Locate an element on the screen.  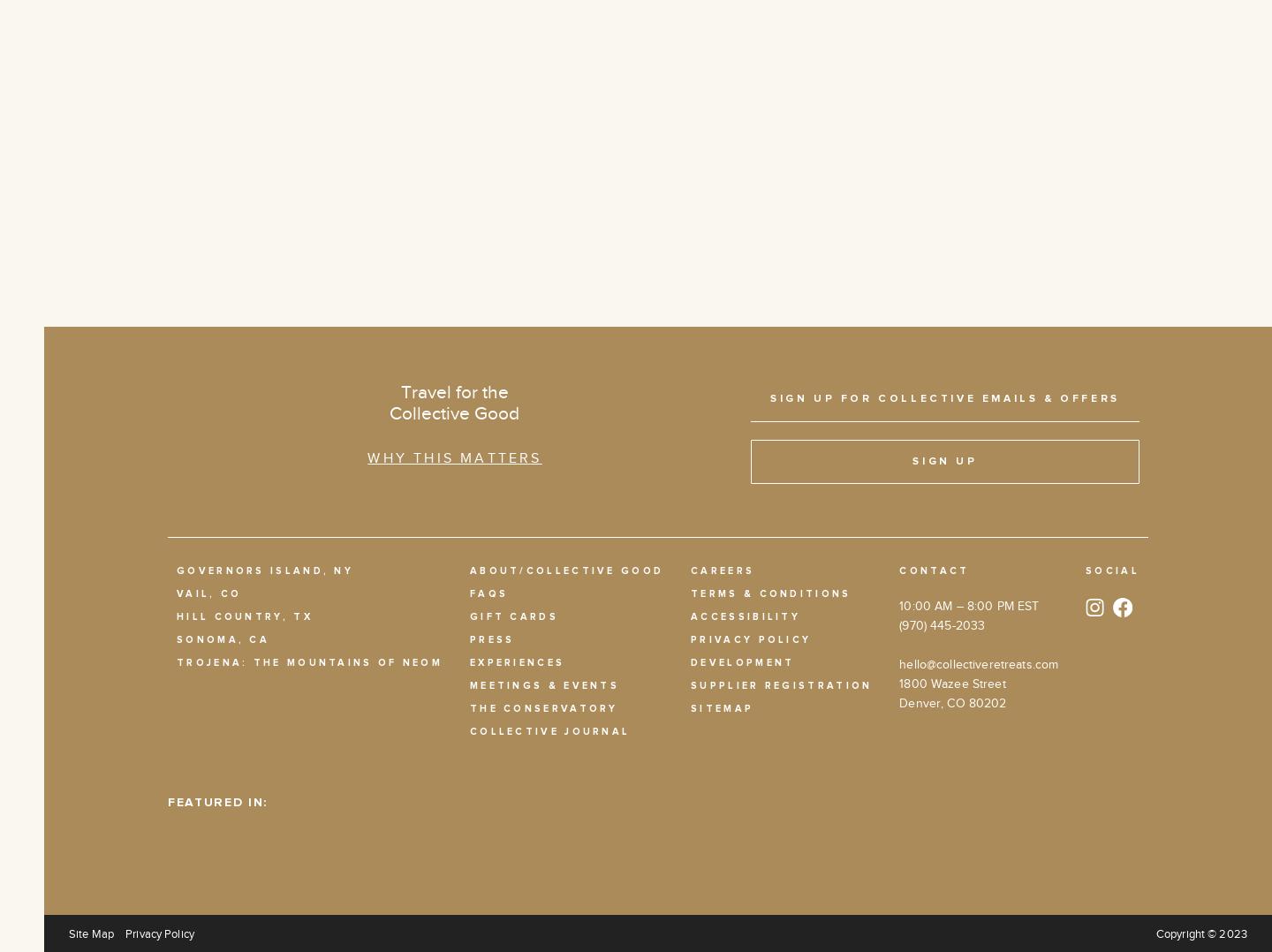
'Press' is located at coordinates (491, 638).